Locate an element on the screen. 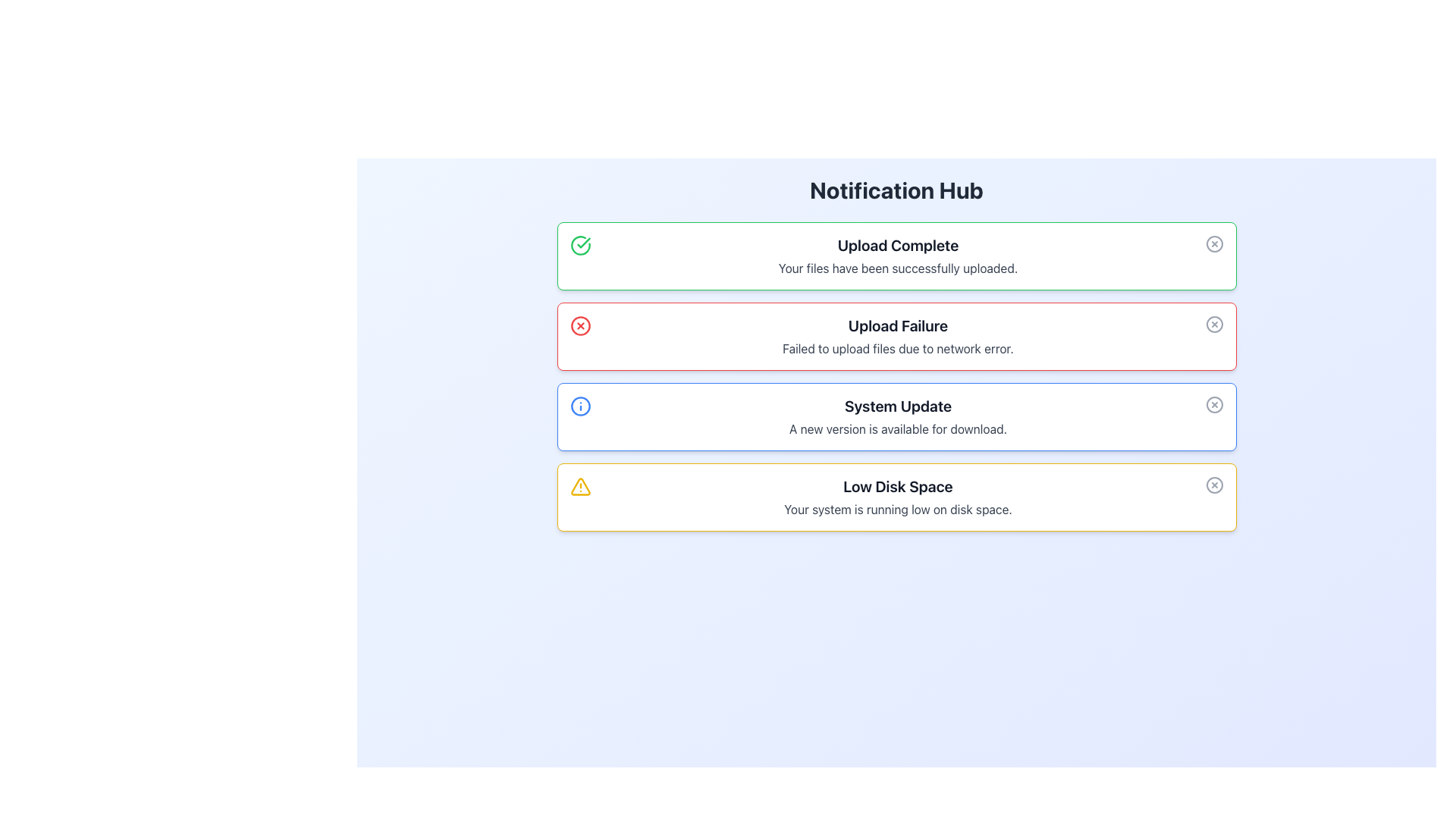  the text label displaying 'Low Disk Space' in bold, extra-large, dark gray font, which is prominently located in a yellow-themed notification panel is located at coordinates (898, 486).